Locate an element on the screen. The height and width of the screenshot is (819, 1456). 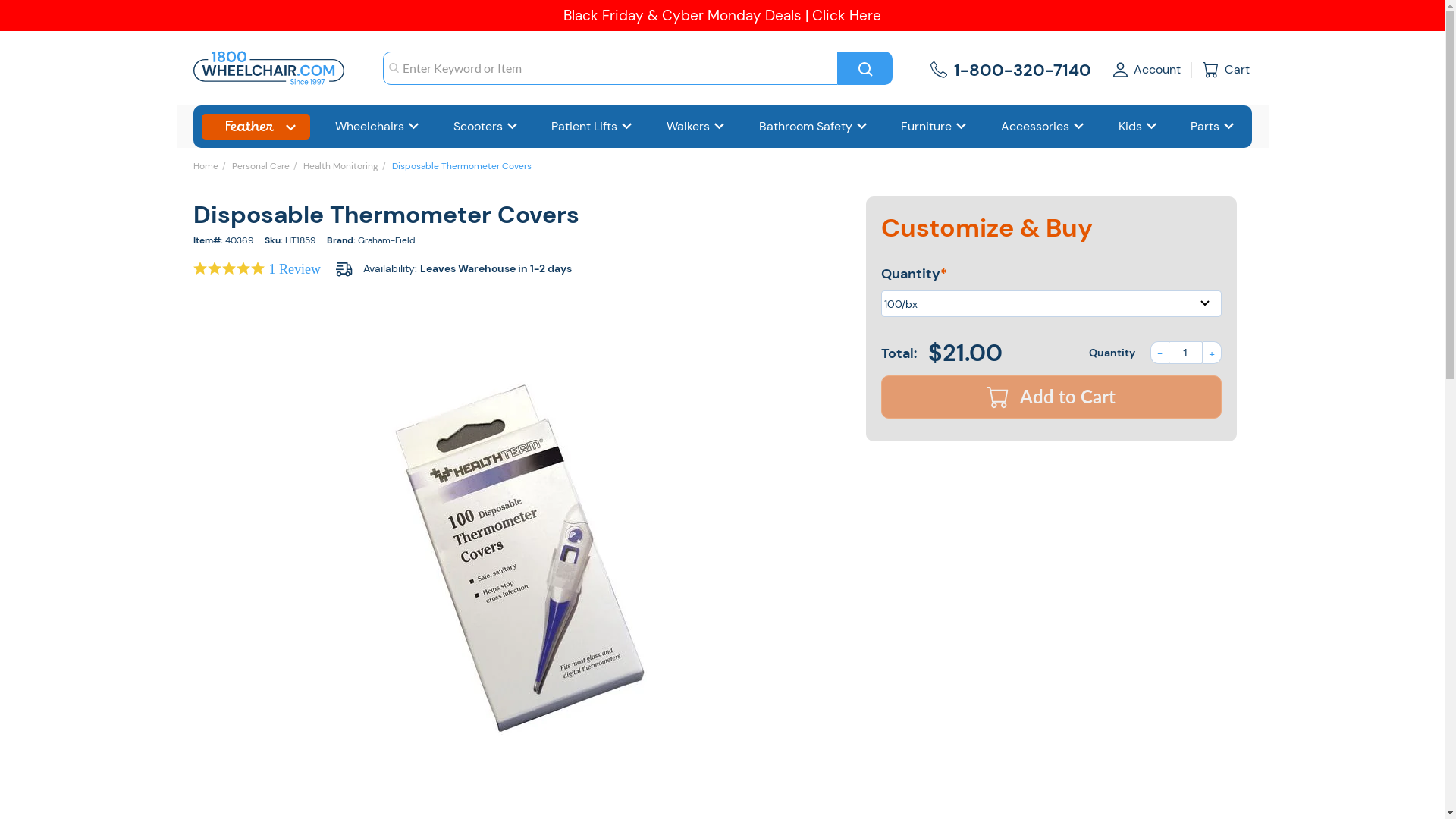
'Patient Lifts' is located at coordinates (591, 126).